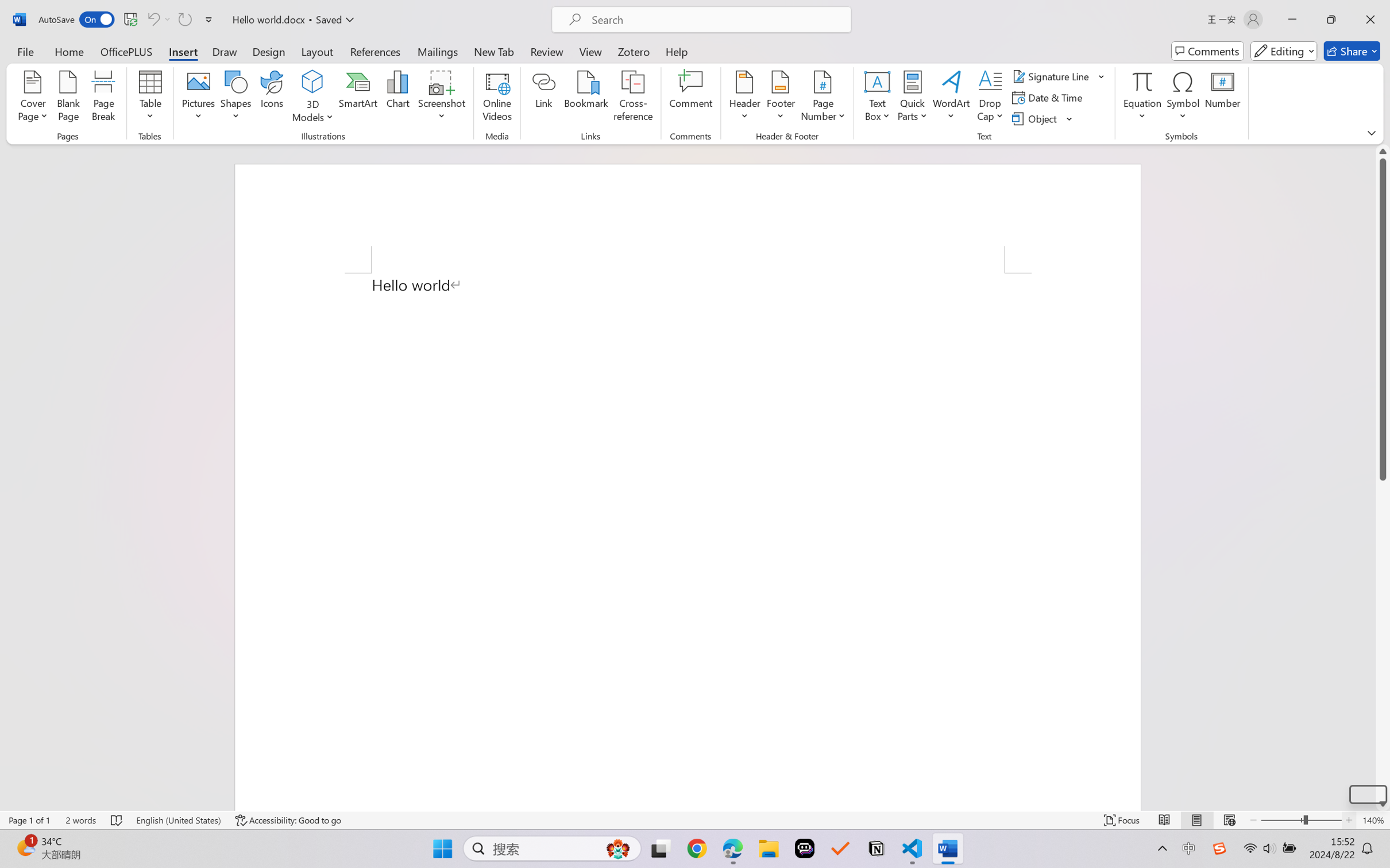 This screenshot has height=868, width=1390. Describe the element at coordinates (1349, 820) in the screenshot. I see `'Zoom In'` at that location.